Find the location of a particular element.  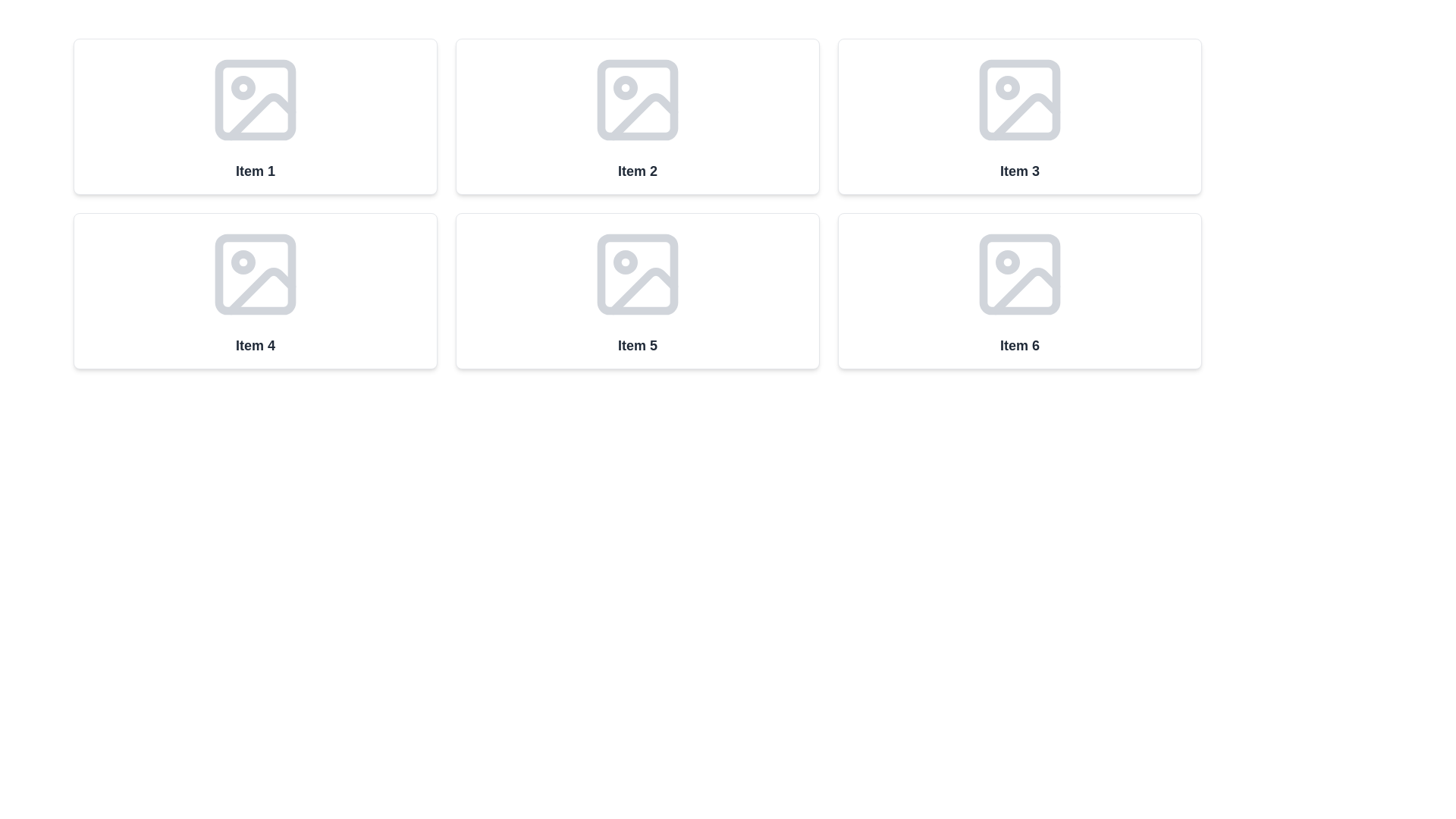

the Icon component, which is a light gray rectangle with rounded corners, centered within a larger graphic icon in the fourth slot of the grid layout is located at coordinates (255, 275).